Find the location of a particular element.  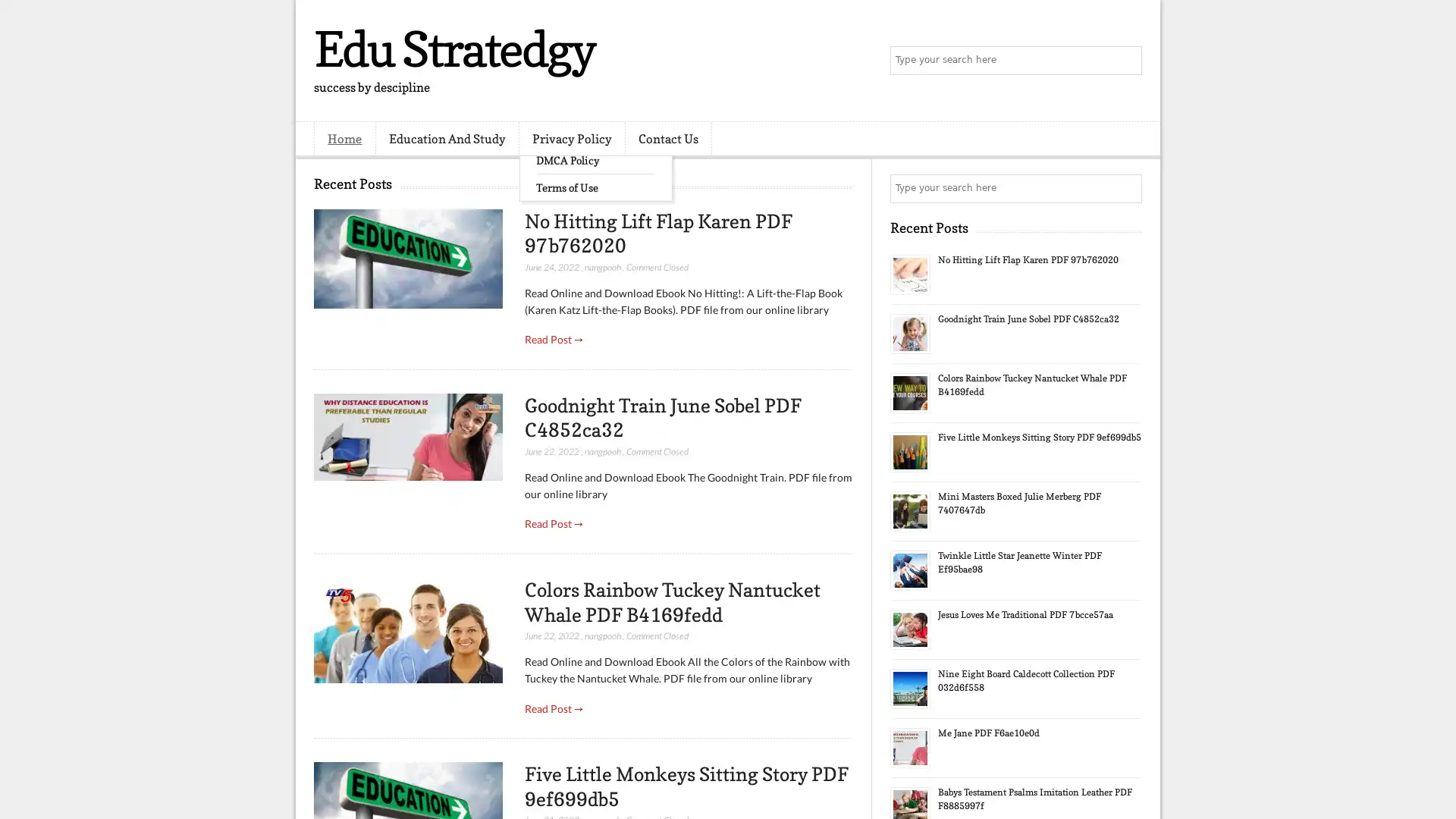

Search is located at coordinates (1126, 188).